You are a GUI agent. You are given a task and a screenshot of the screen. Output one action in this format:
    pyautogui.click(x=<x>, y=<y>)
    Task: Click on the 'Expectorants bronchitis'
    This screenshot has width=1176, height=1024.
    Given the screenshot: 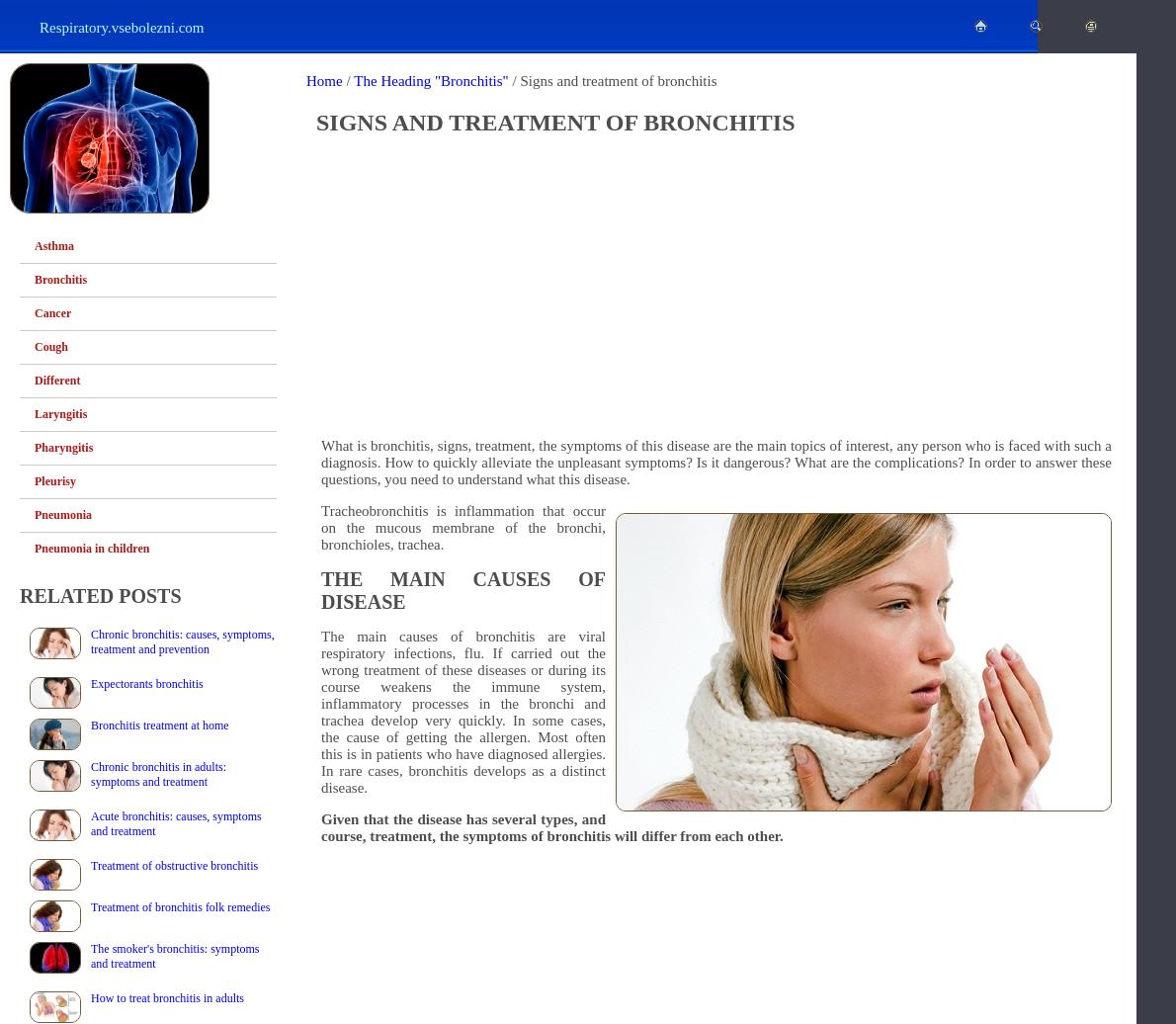 What is the action you would take?
    pyautogui.click(x=89, y=684)
    